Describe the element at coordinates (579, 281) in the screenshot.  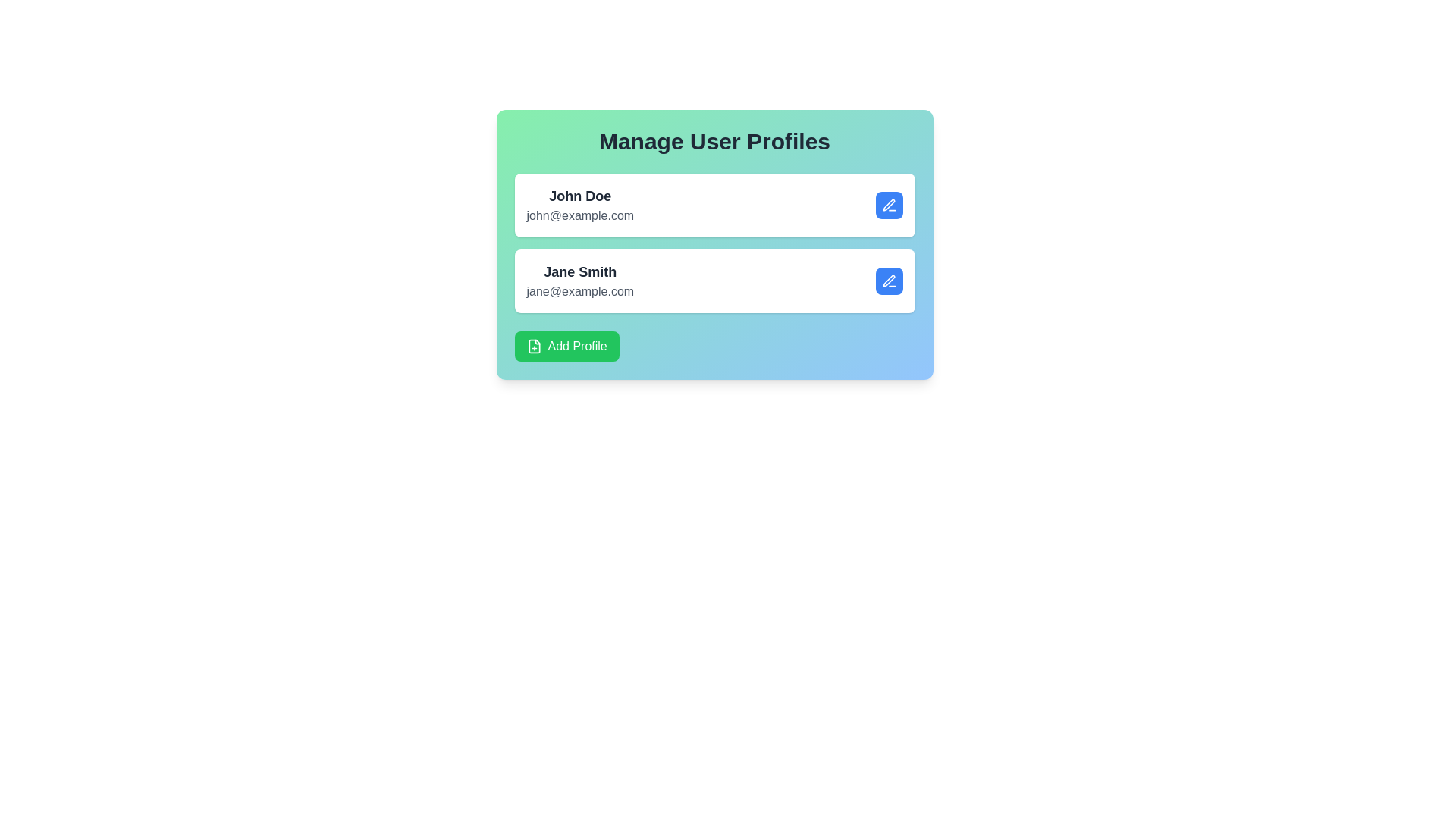
I see `the user profile display element that shows a user's name and email, located as the second entry in a vertical list of user profiles` at that location.